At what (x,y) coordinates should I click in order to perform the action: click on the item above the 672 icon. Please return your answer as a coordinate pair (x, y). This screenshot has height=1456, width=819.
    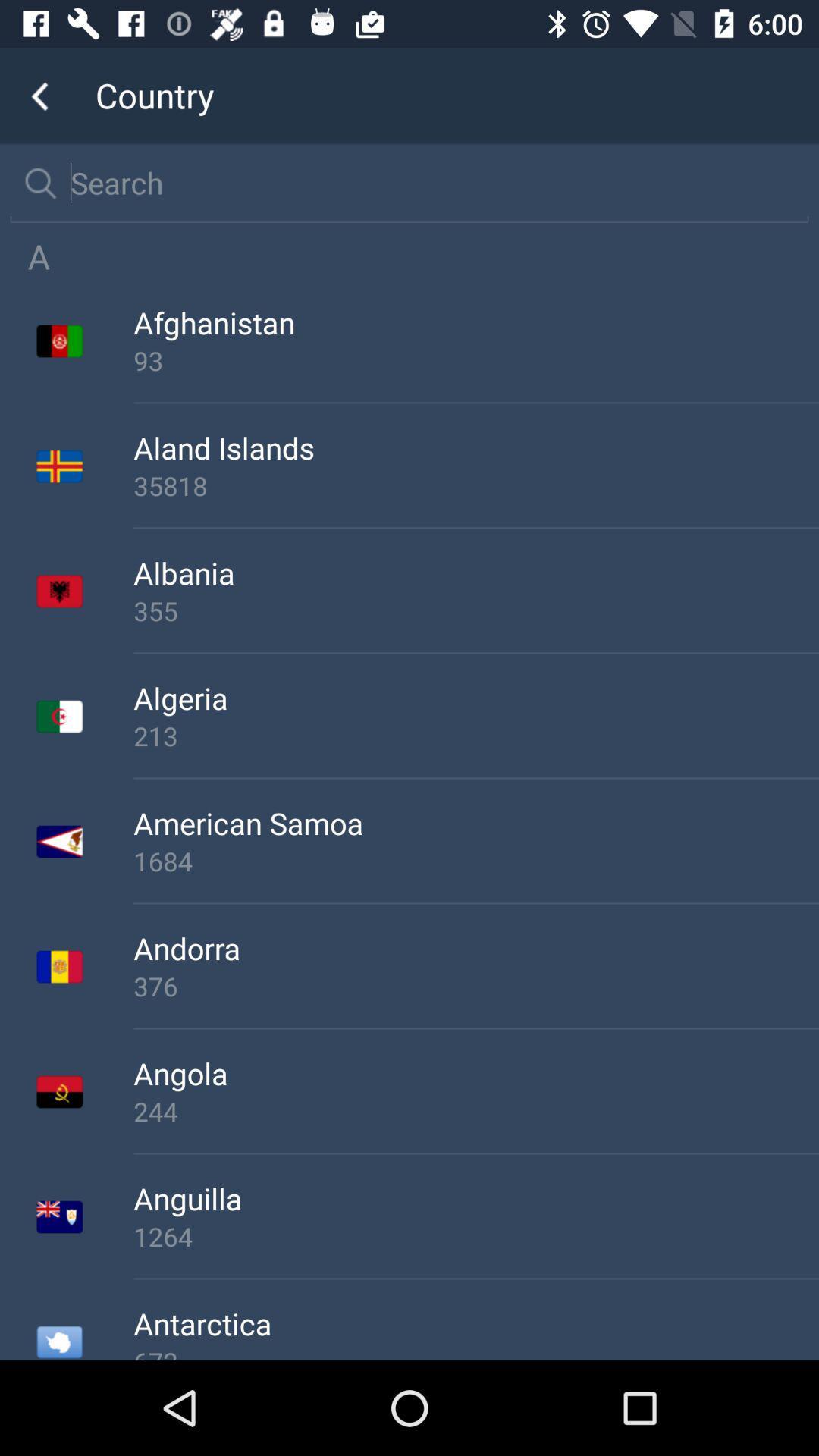
    Looking at the image, I should click on (475, 1323).